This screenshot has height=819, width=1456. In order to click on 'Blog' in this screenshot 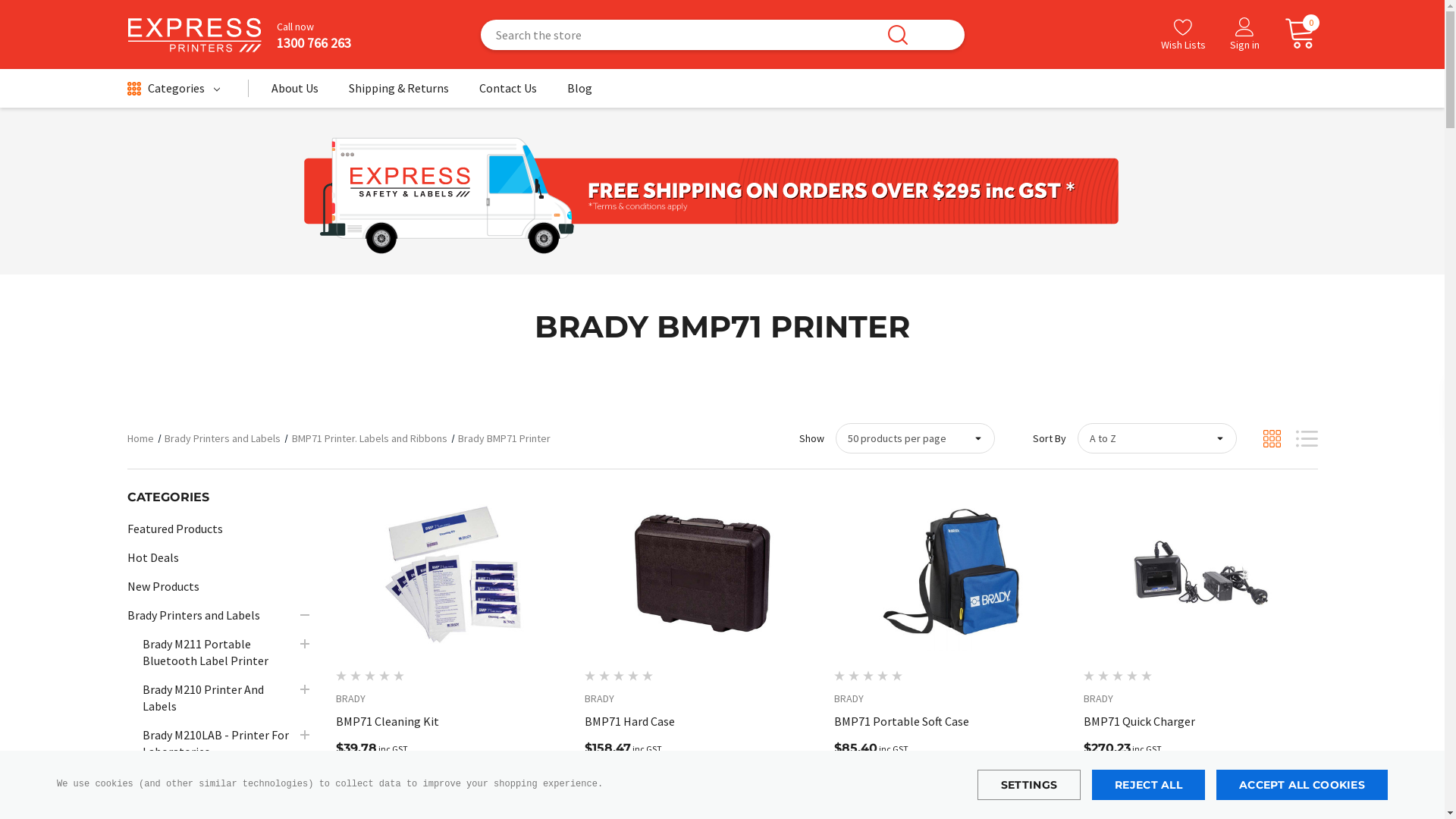, I will do `click(579, 92)`.